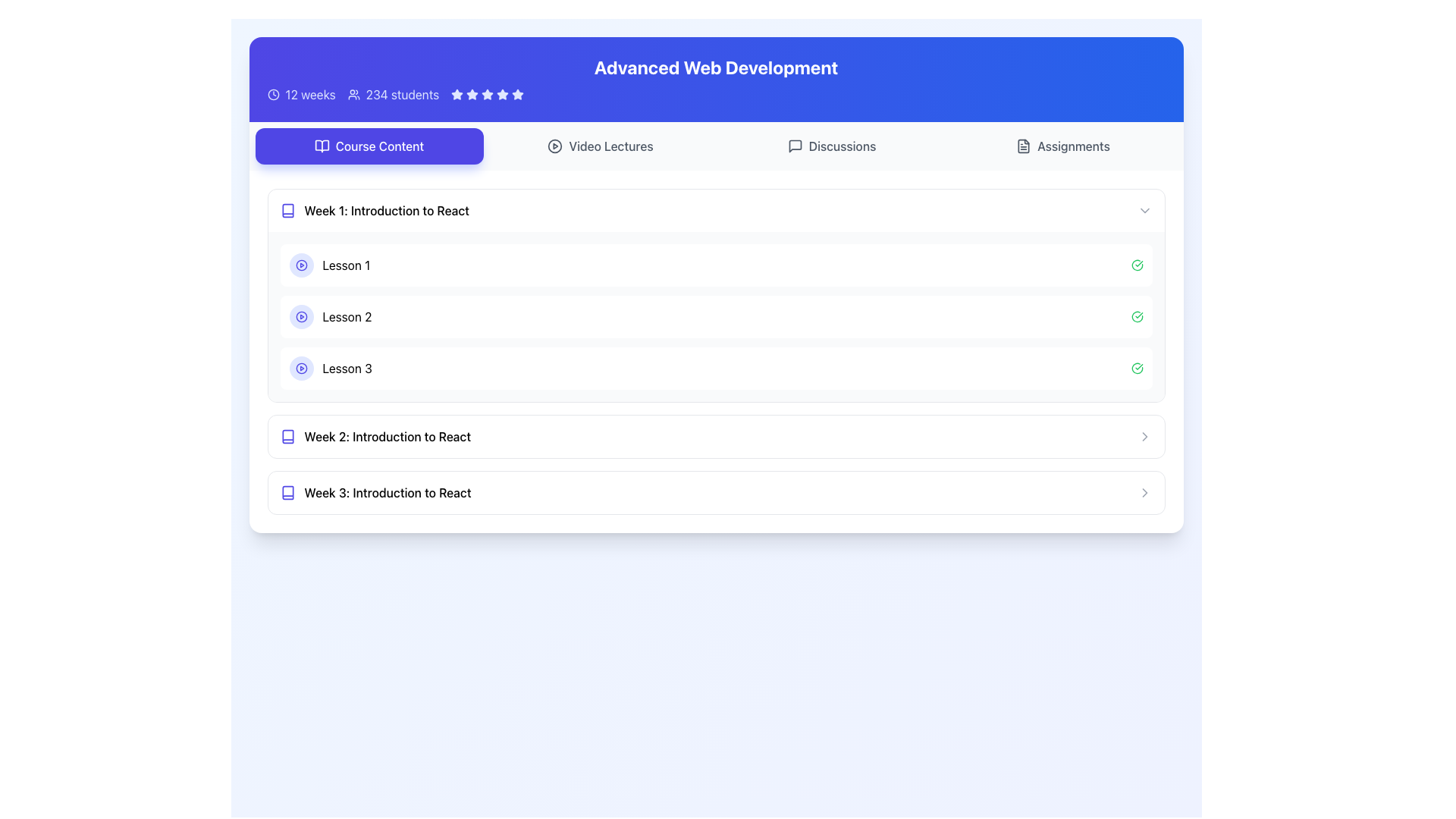 This screenshot has height=819, width=1456. I want to click on the vibrant indigo book-like icon located to the left of the text 'Week 1: Introduction to React', so click(287, 210).